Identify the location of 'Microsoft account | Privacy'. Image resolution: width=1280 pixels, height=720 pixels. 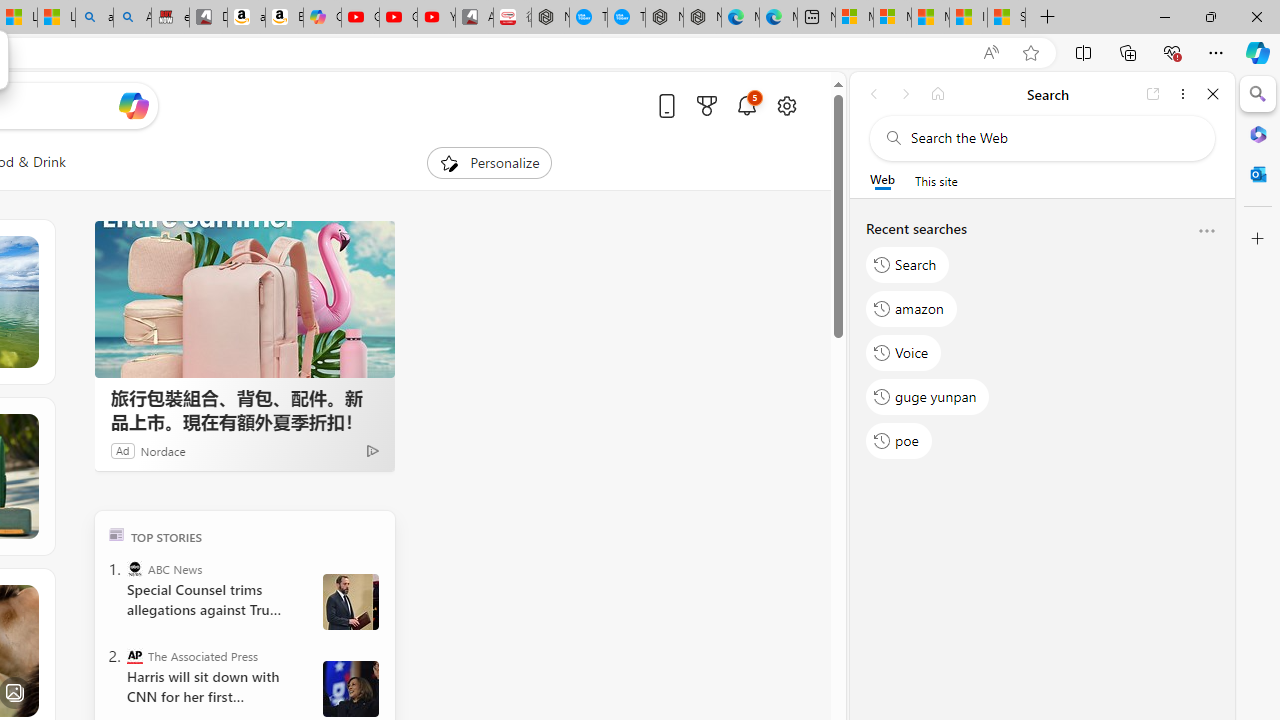
(891, 17).